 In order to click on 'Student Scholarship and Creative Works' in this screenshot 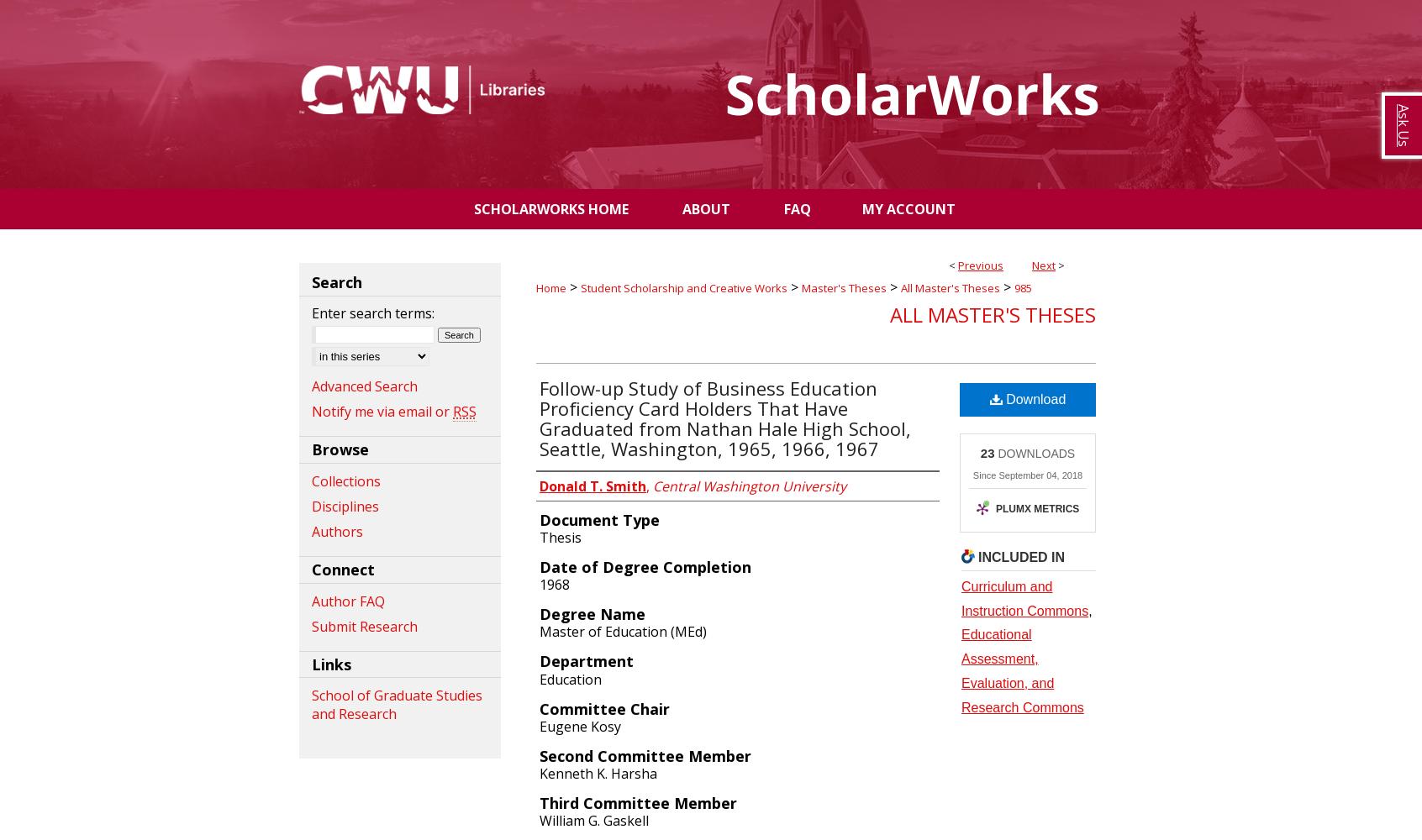, I will do `click(684, 287)`.